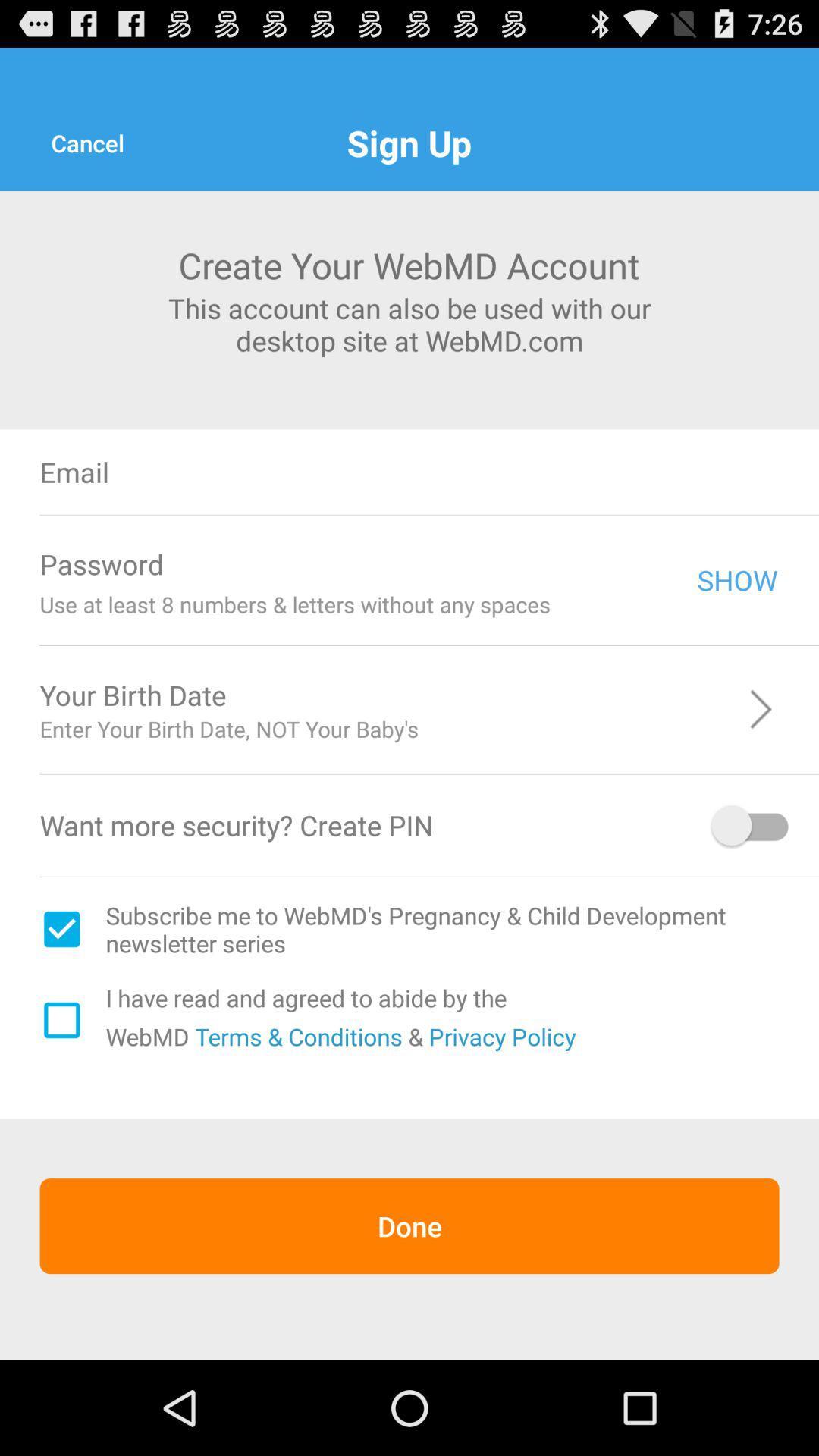 Image resolution: width=819 pixels, height=1456 pixels. Describe the element at coordinates (507, 471) in the screenshot. I see `type in email` at that location.